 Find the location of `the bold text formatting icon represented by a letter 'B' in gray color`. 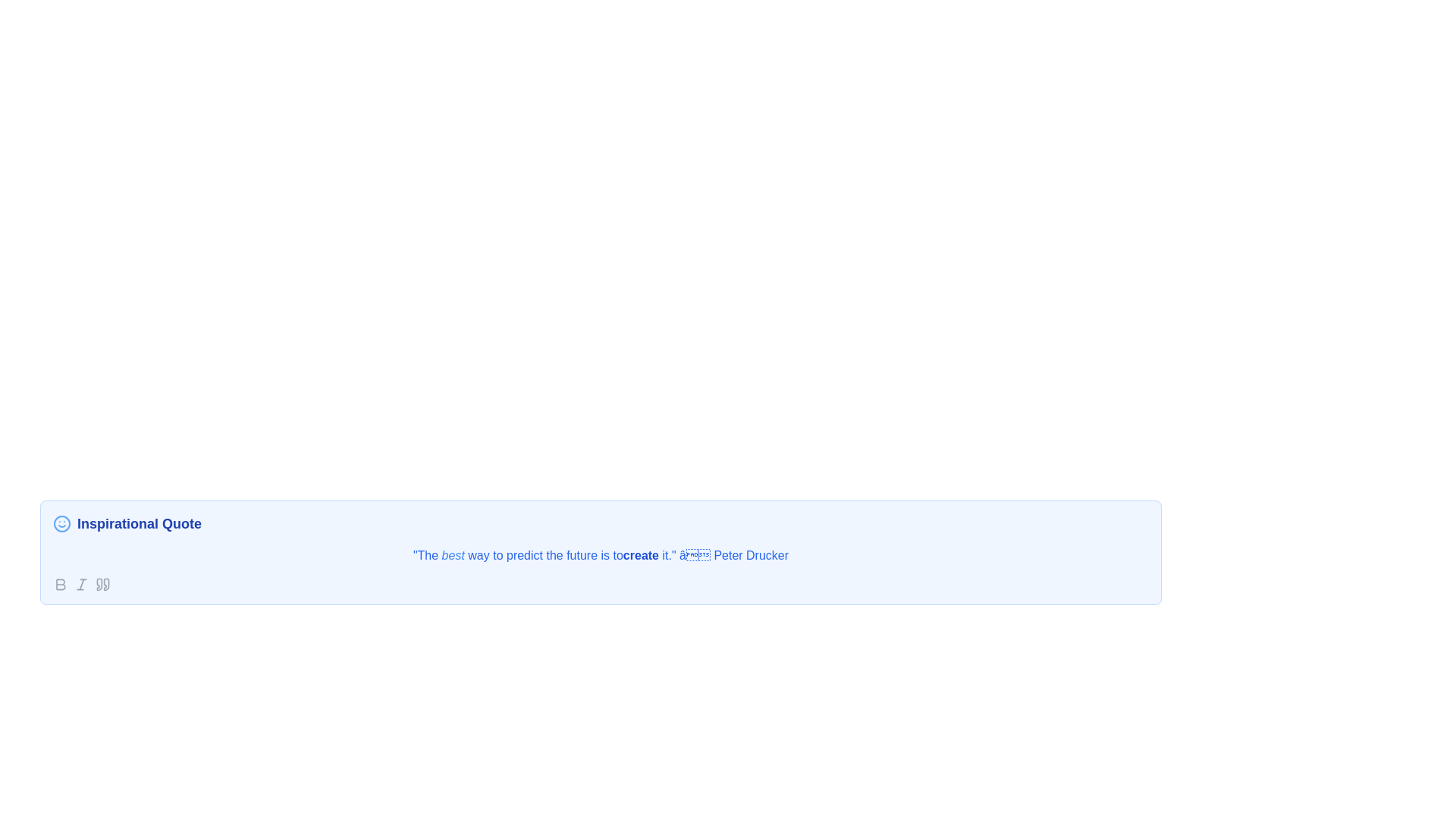

the bold text formatting icon represented by a letter 'B' in gray color is located at coordinates (61, 584).